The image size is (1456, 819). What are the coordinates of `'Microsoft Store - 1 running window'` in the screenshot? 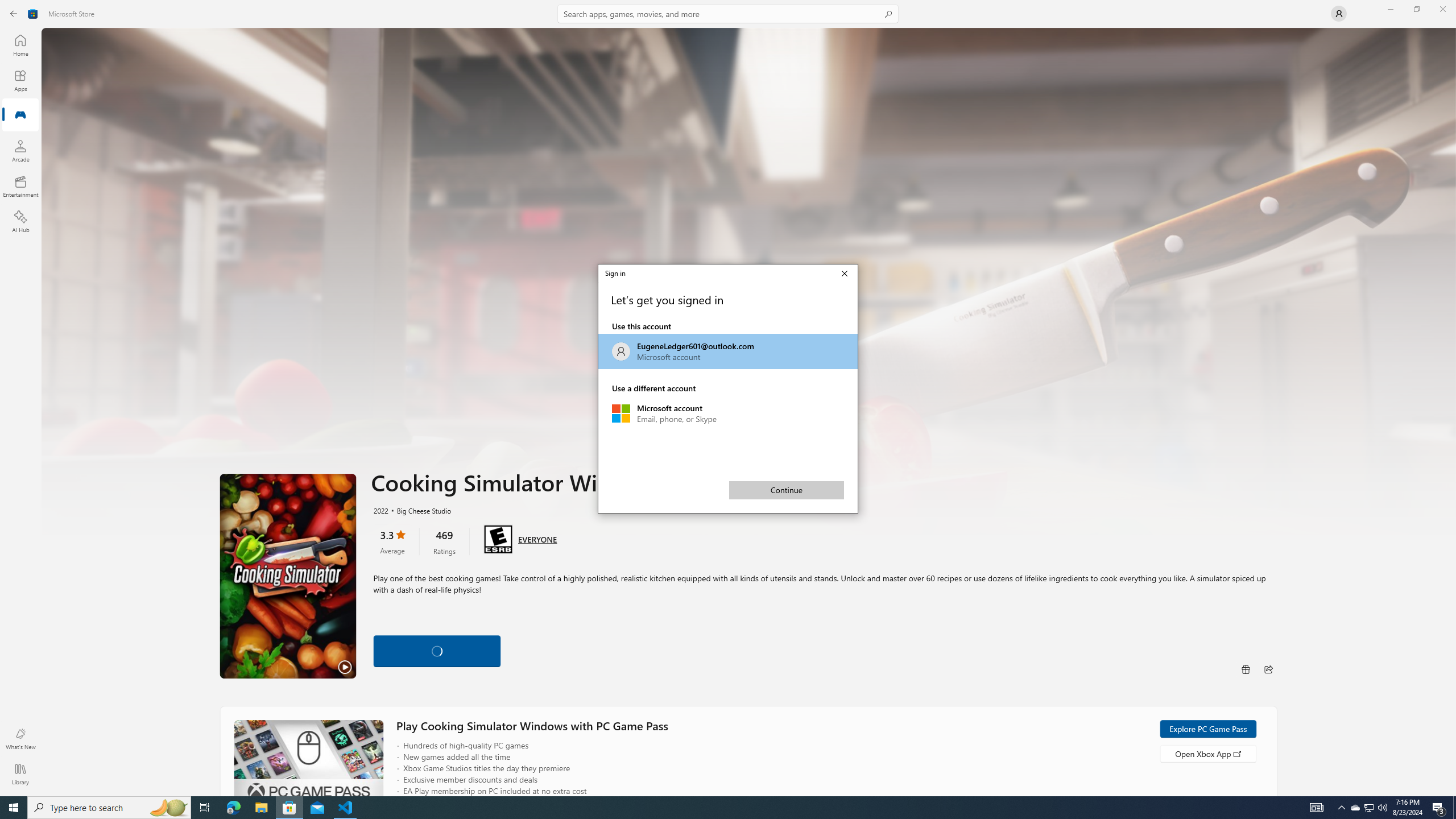 It's located at (289, 806).